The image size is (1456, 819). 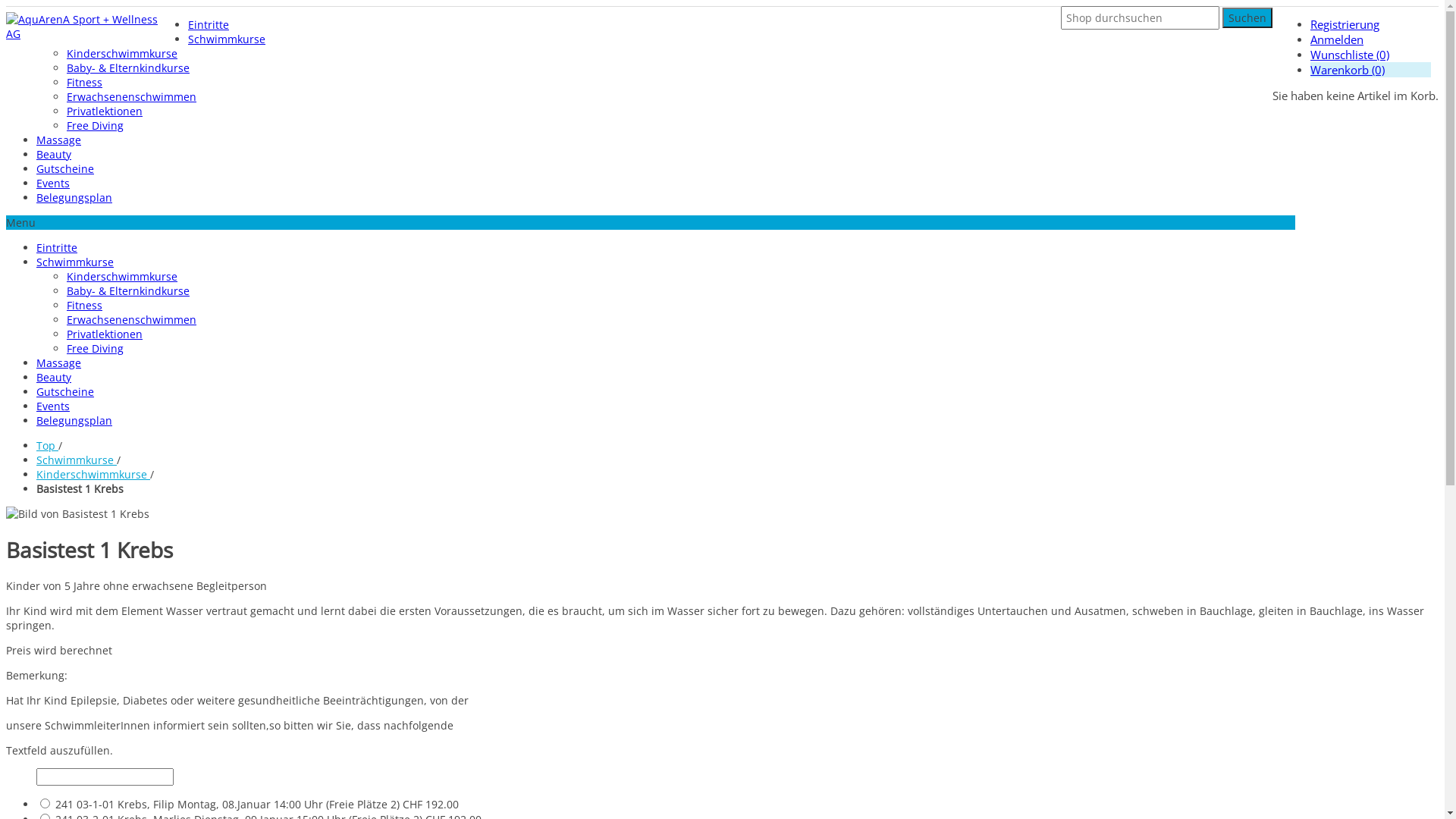 I want to click on 'Erwachsenenschwimmen', so click(x=131, y=96).